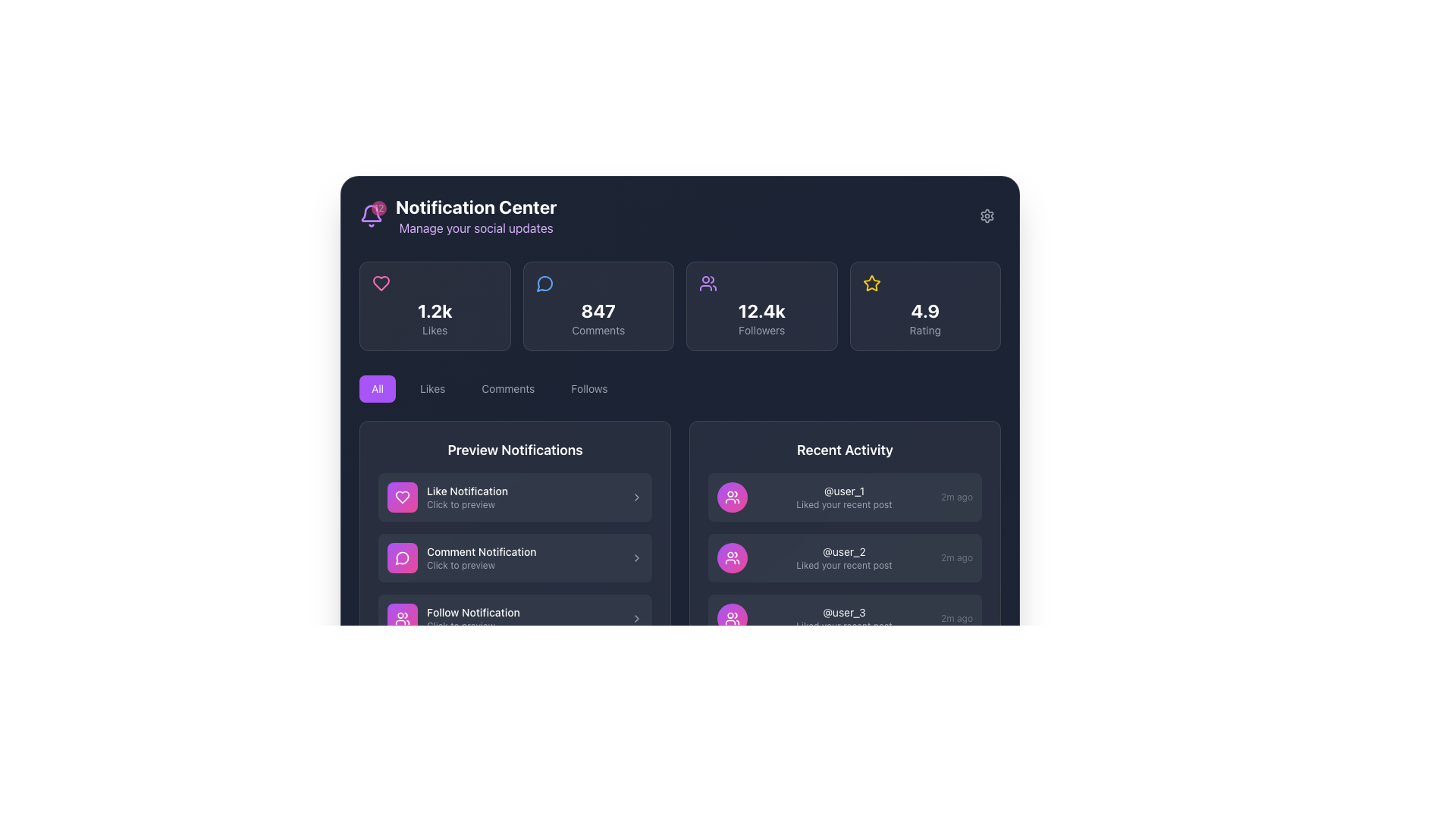 This screenshot has height=819, width=1456. Describe the element at coordinates (412, 775) in the screenshot. I see `the clear notifications button located in the footer area of the notification panel, positioned left-aligned relative to 'View All Activity', to observe the style change` at that location.